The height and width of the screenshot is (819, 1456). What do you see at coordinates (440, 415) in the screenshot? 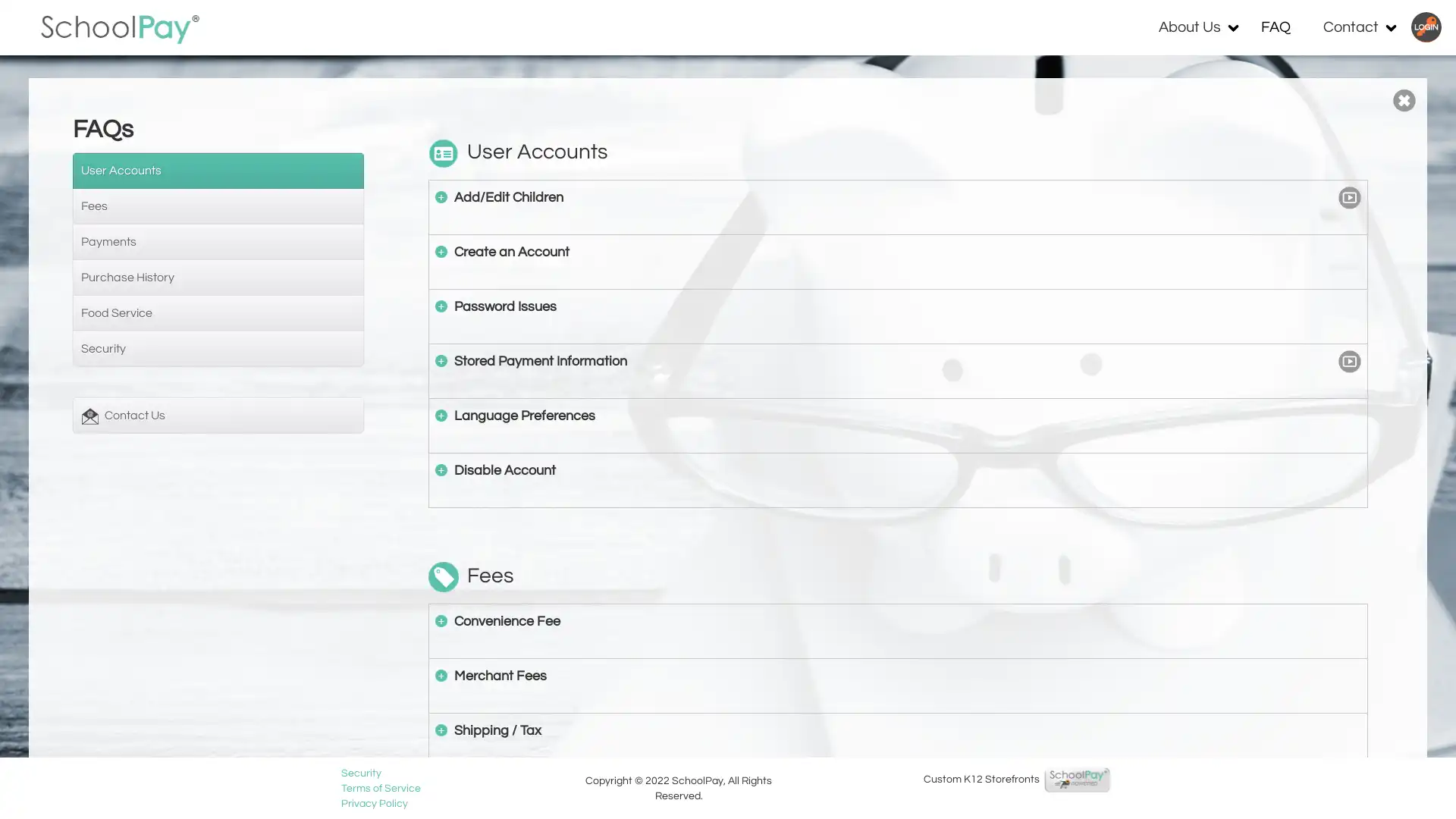
I see `Language Preferences` at bounding box center [440, 415].